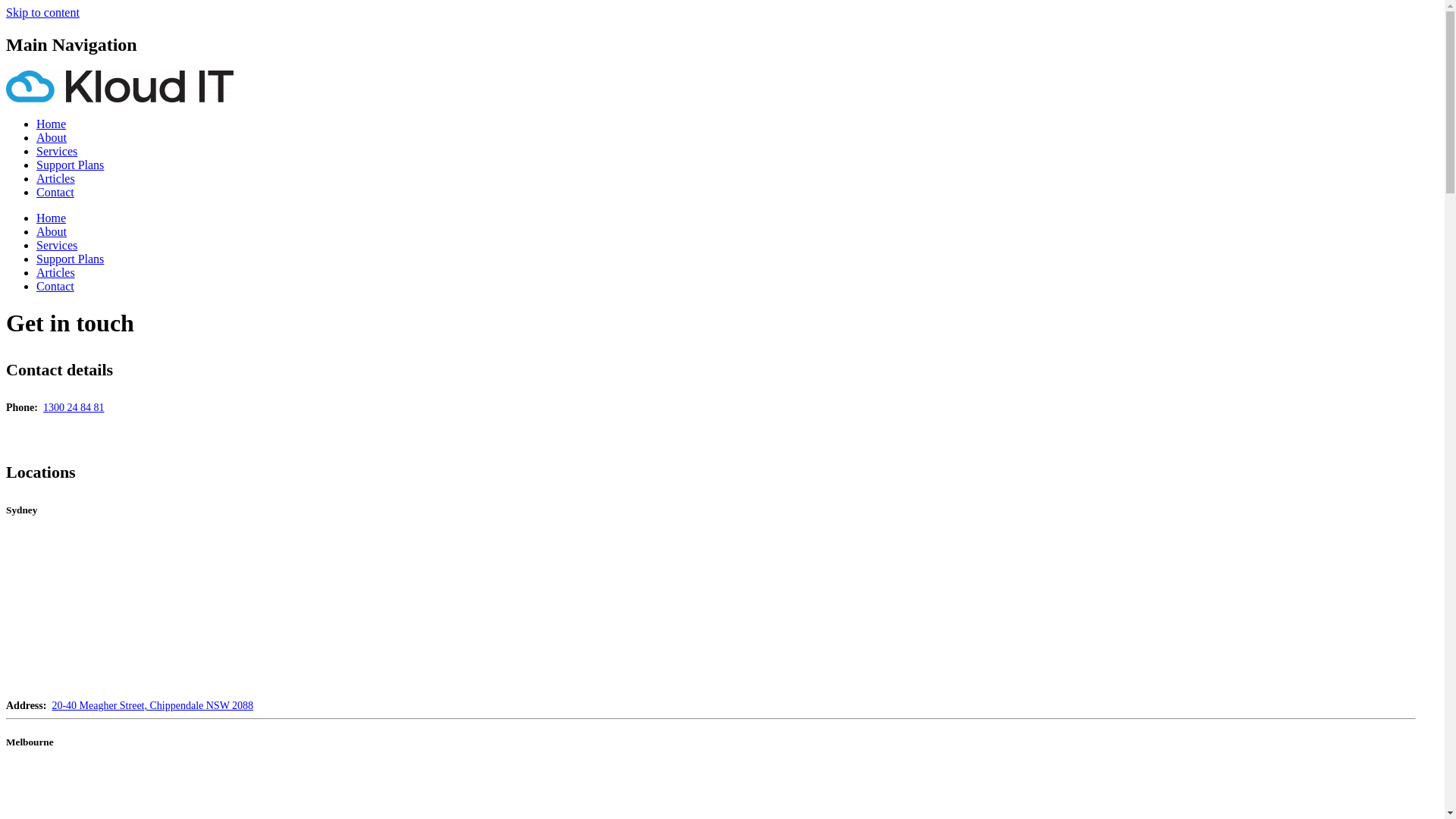  I want to click on 'Services', so click(57, 151).